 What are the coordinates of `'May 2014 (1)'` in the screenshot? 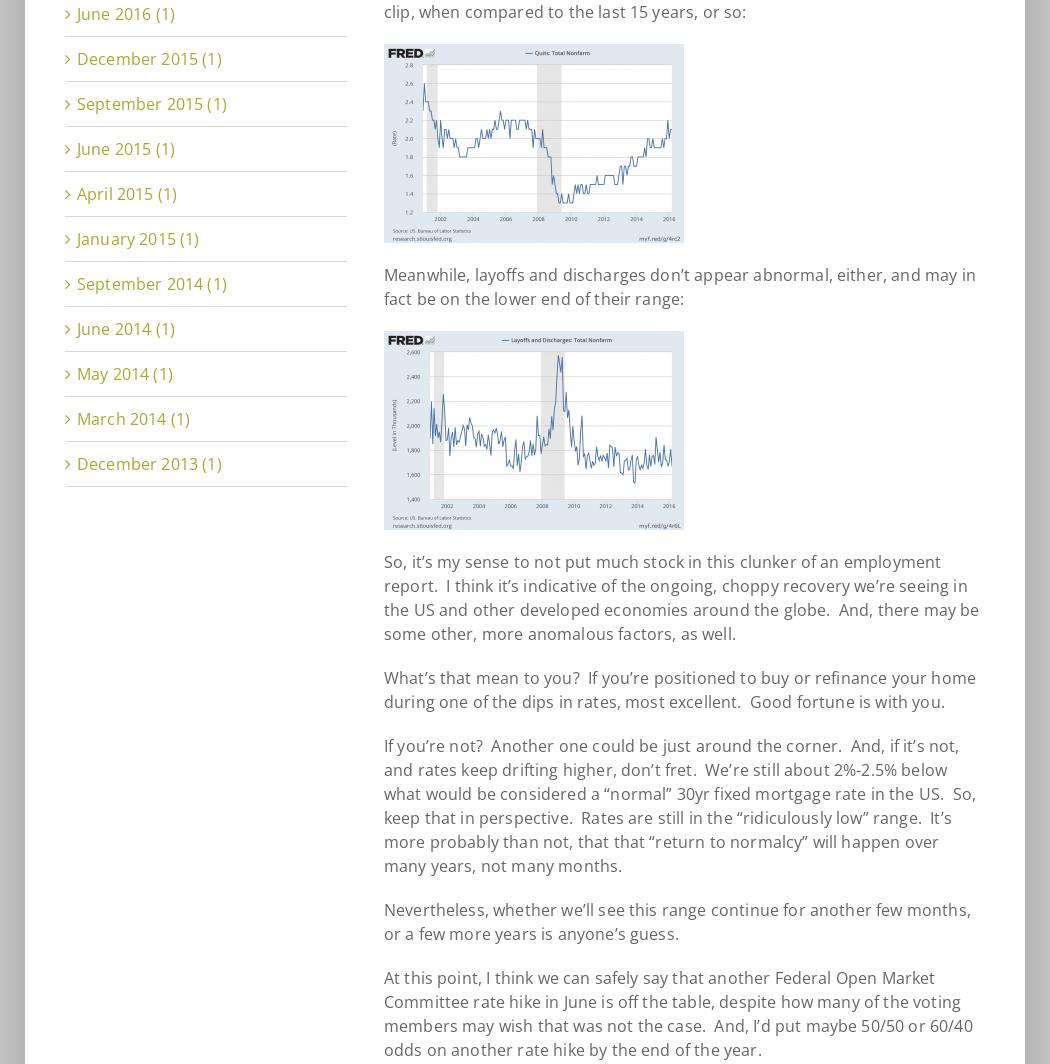 It's located at (123, 373).